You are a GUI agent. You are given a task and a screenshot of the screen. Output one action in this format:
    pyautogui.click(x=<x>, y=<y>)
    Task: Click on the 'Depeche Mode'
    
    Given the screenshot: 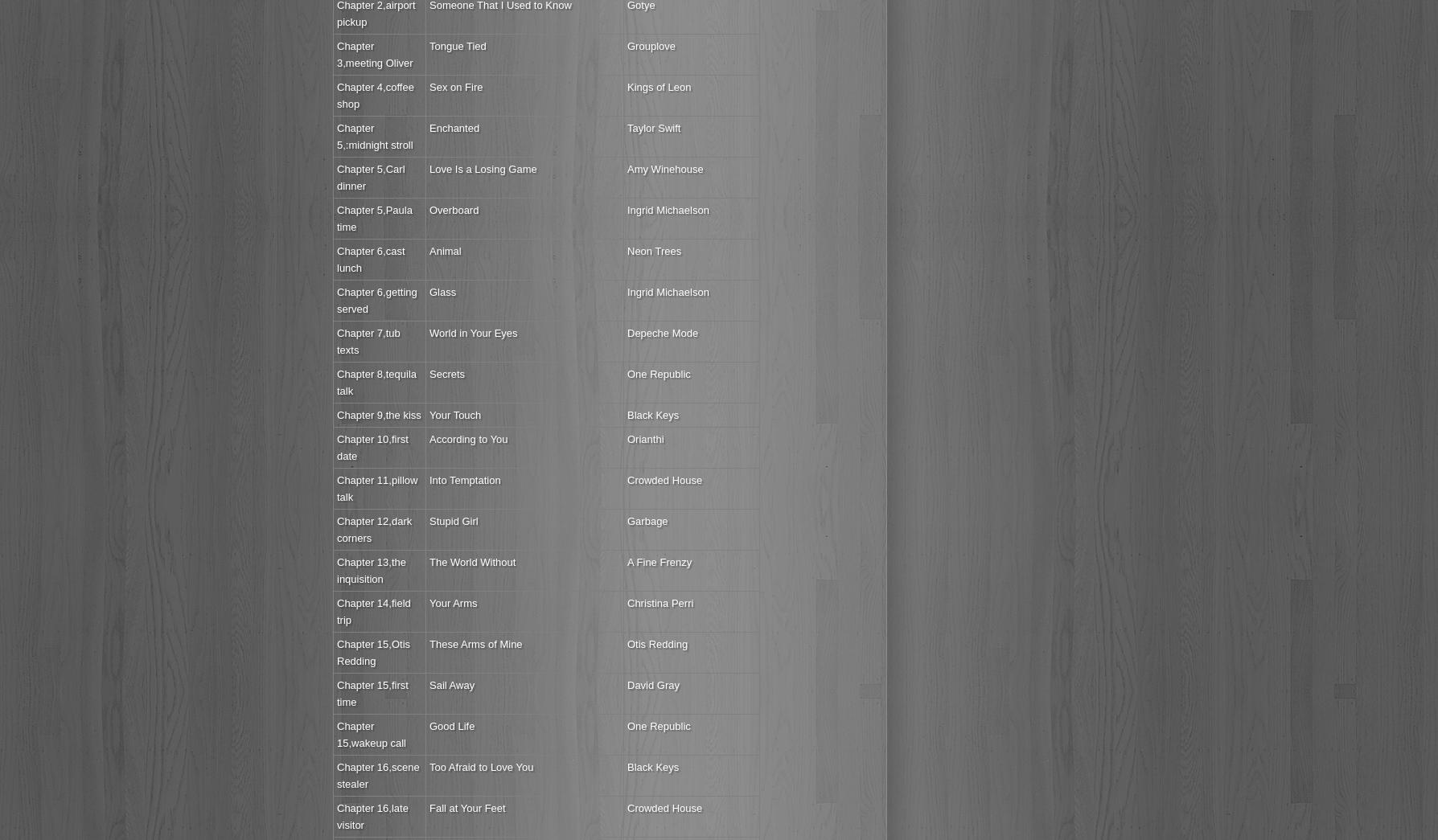 What is the action you would take?
    pyautogui.click(x=662, y=333)
    